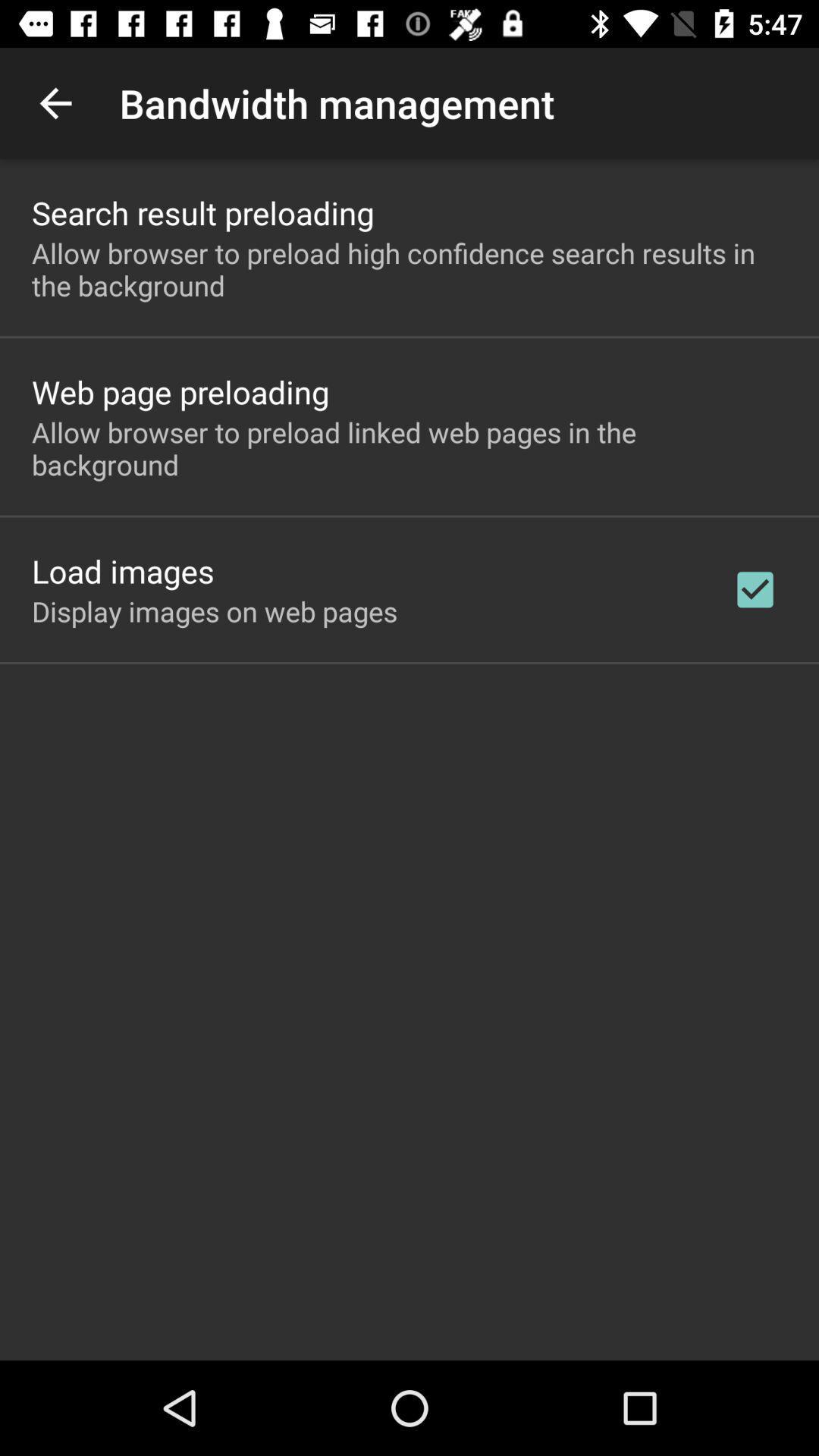 The image size is (819, 1456). Describe the element at coordinates (180, 391) in the screenshot. I see `the web page preloading icon` at that location.